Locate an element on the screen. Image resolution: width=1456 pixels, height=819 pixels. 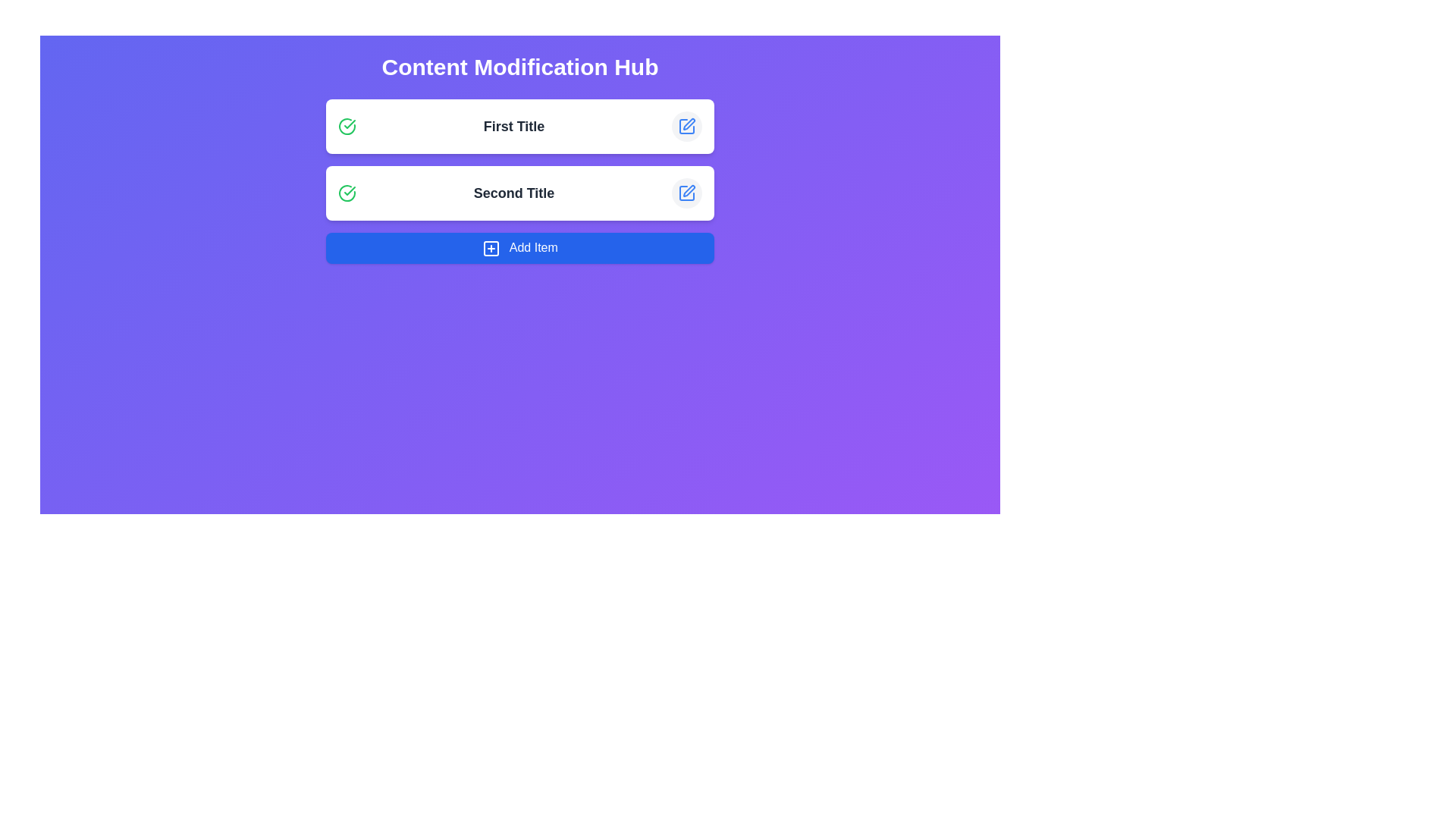
the first sub-element of the SVG icon representing the edit action is located at coordinates (686, 125).